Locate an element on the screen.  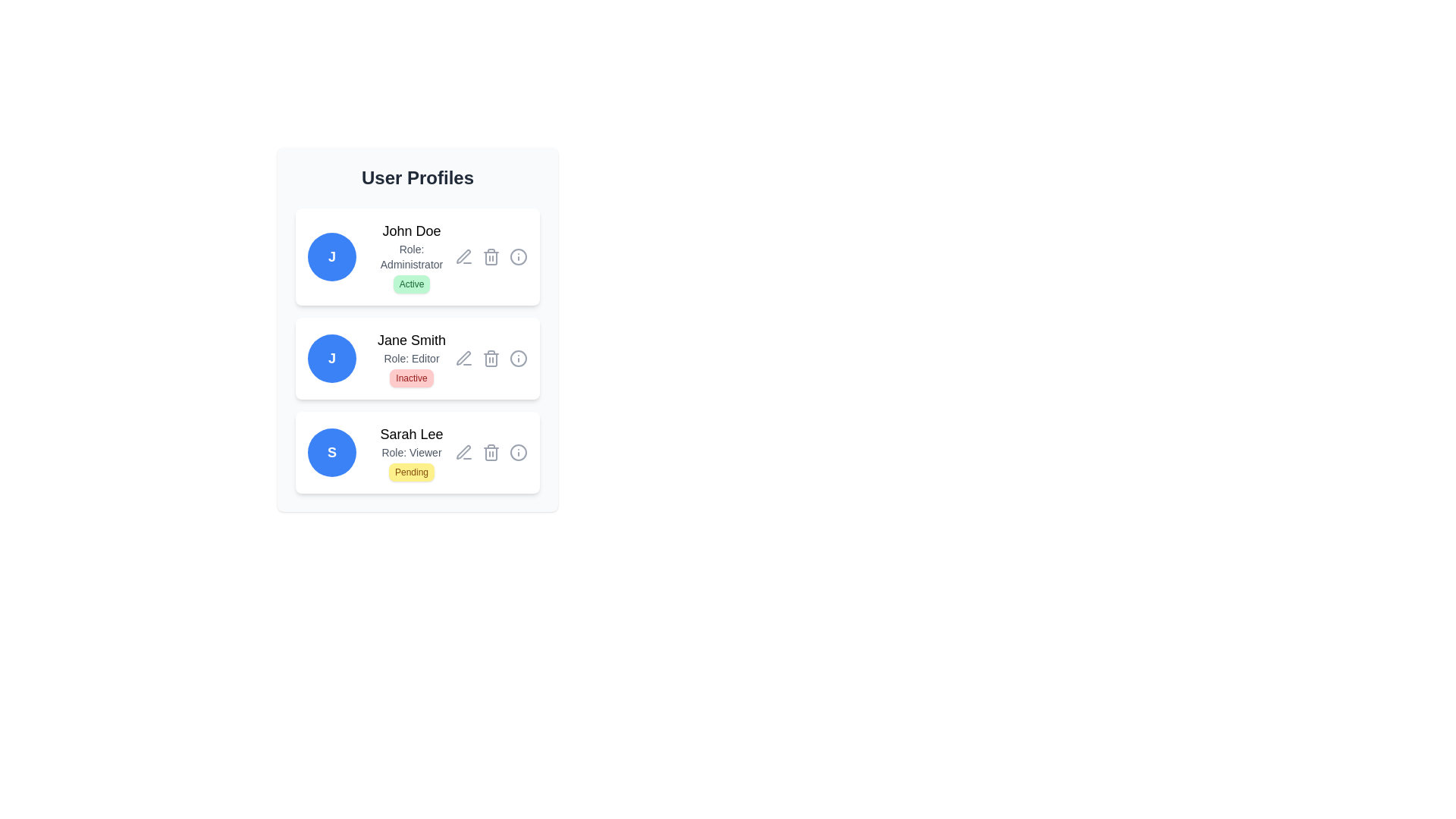
displayed text of the 'Inactive' badge located in the profile box for 'Jane Smith', positioned below the role text is located at coordinates (411, 377).